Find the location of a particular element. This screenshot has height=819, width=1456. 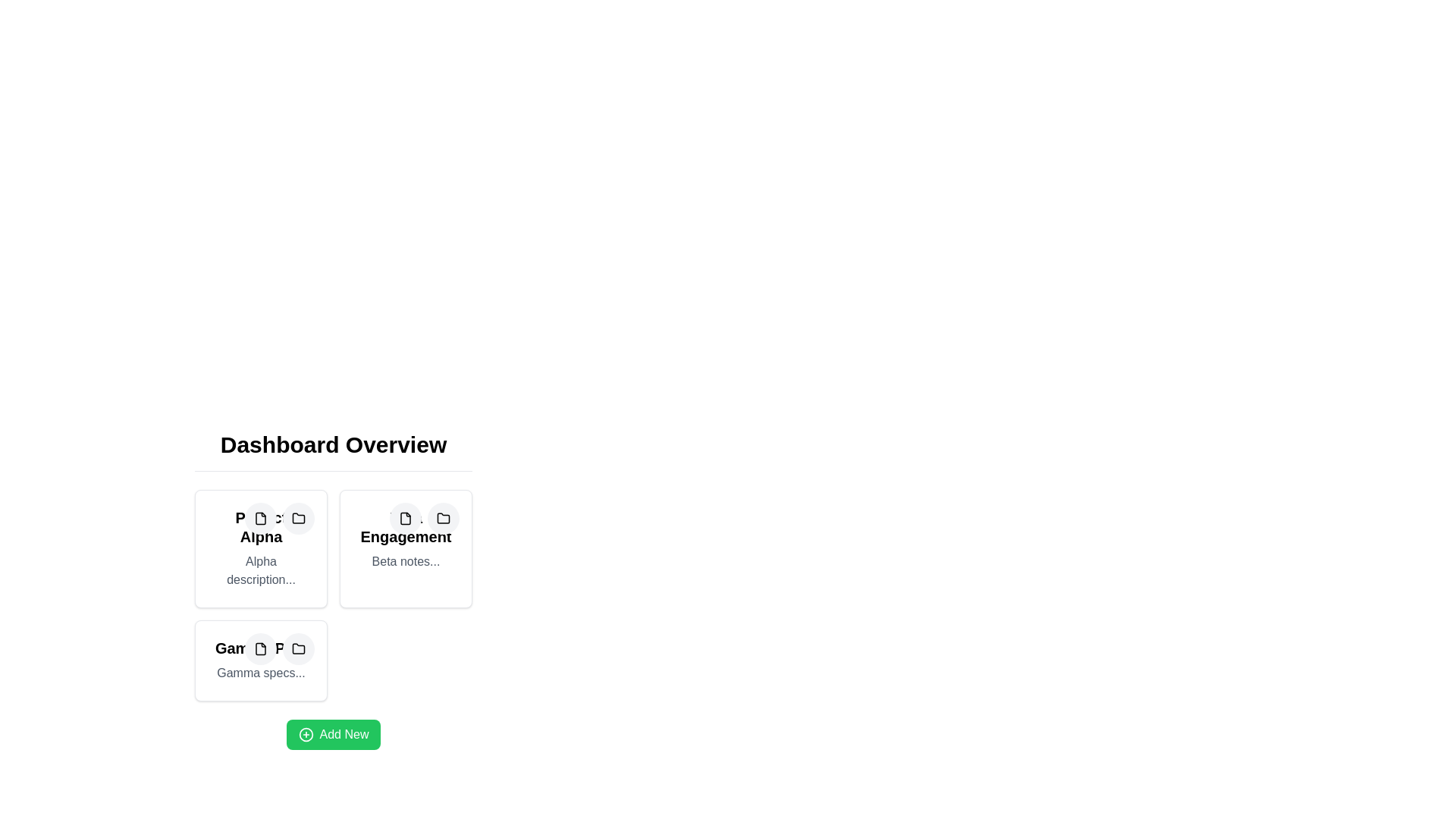

the minimalistic folder icon located in the right section of the button within the 'Engagement' card is located at coordinates (443, 517).